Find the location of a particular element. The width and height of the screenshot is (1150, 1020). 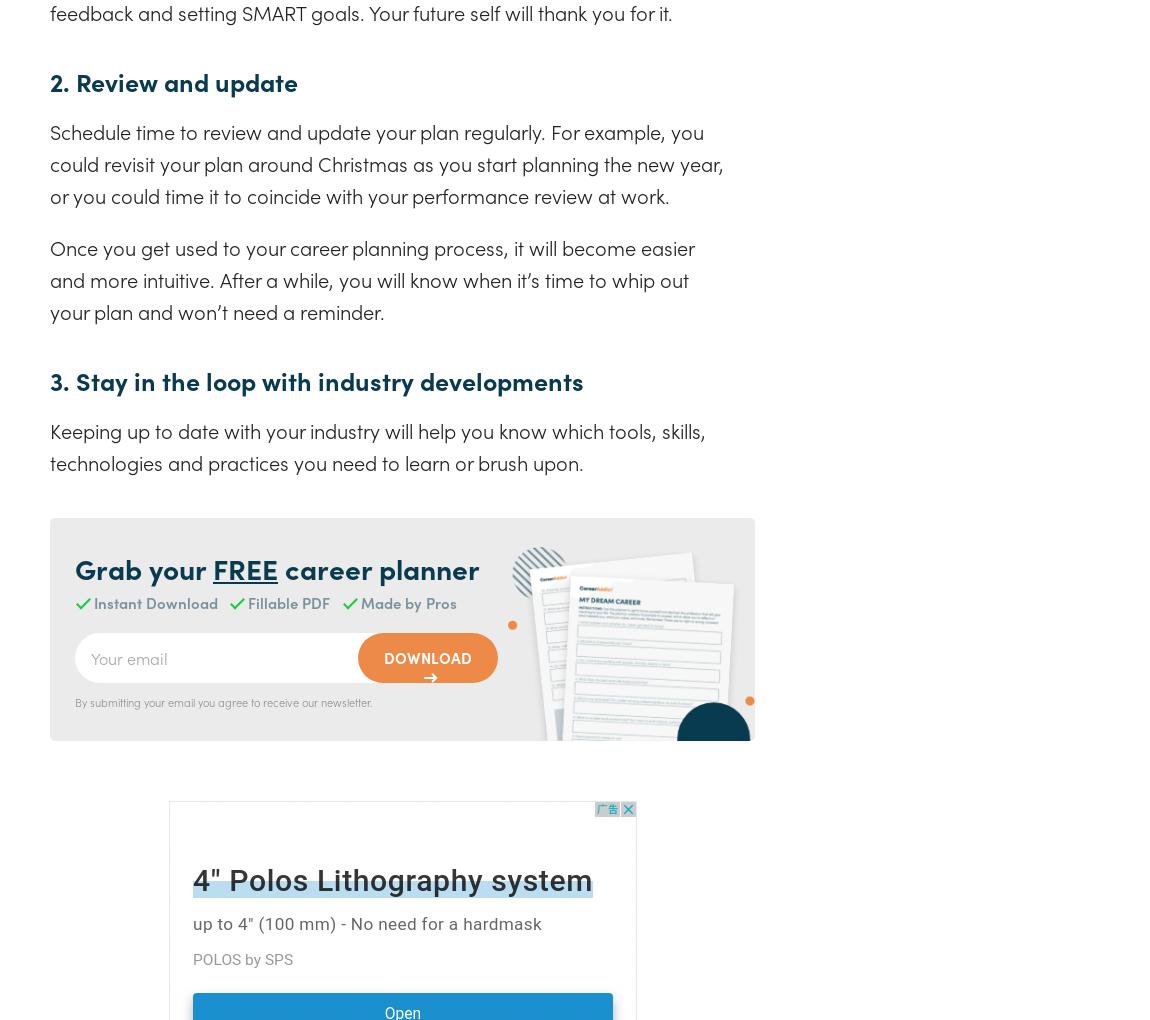

'Made by Pros' is located at coordinates (408, 600).